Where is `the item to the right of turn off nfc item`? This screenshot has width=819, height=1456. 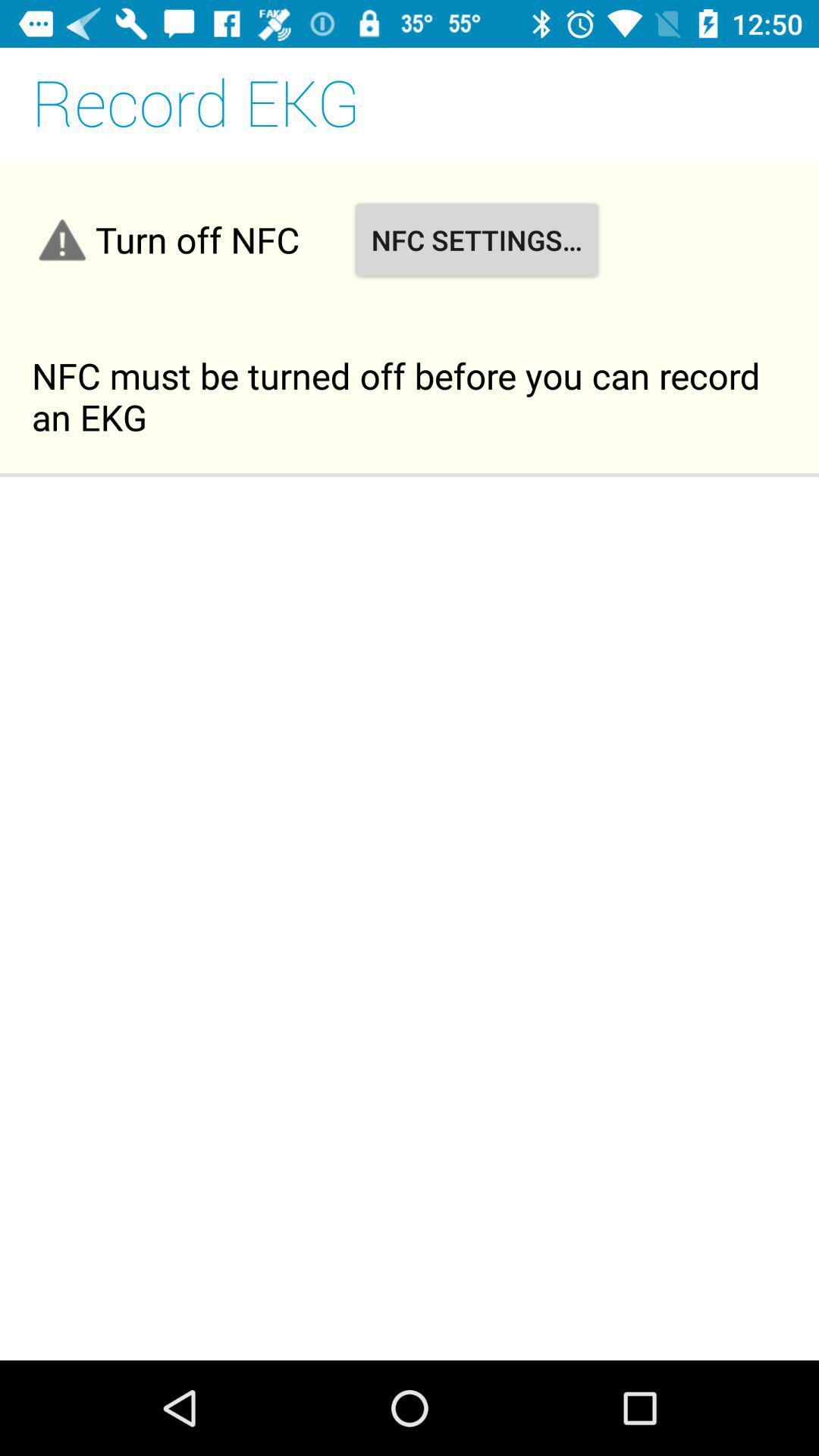 the item to the right of turn off nfc item is located at coordinates (475, 239).